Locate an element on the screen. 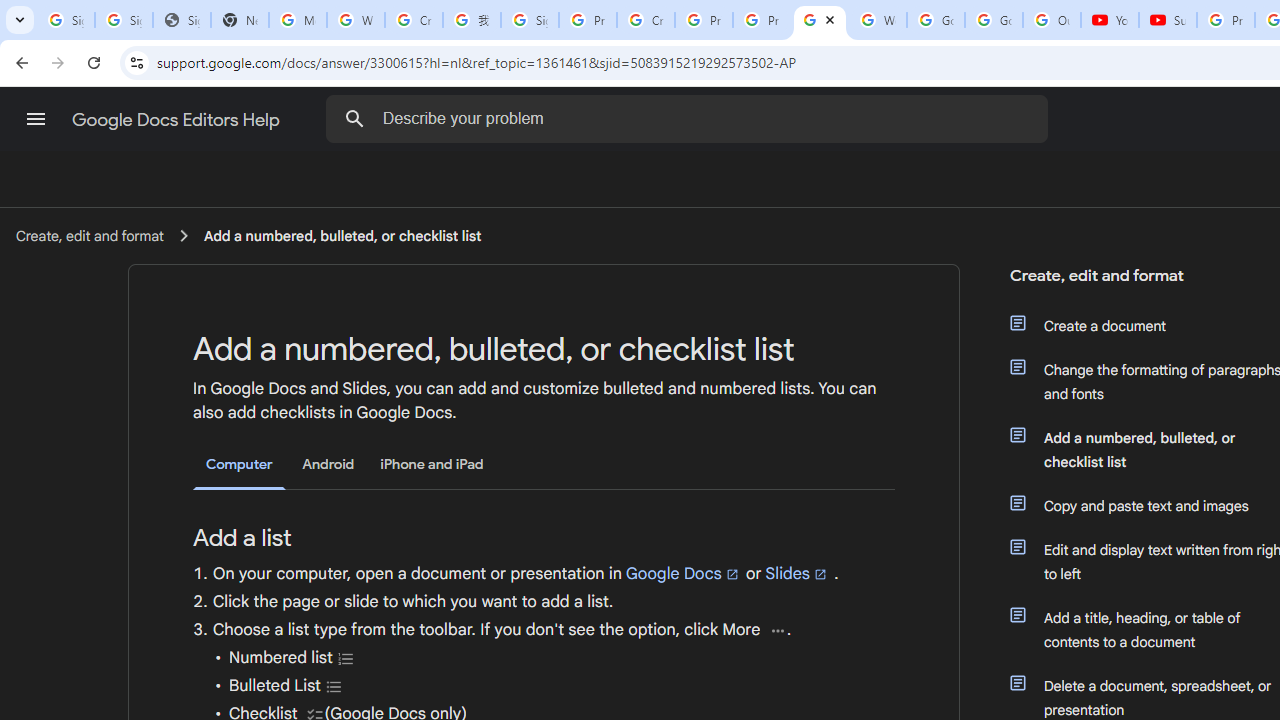  'Google Docs' is located at coordinates (683, 573).